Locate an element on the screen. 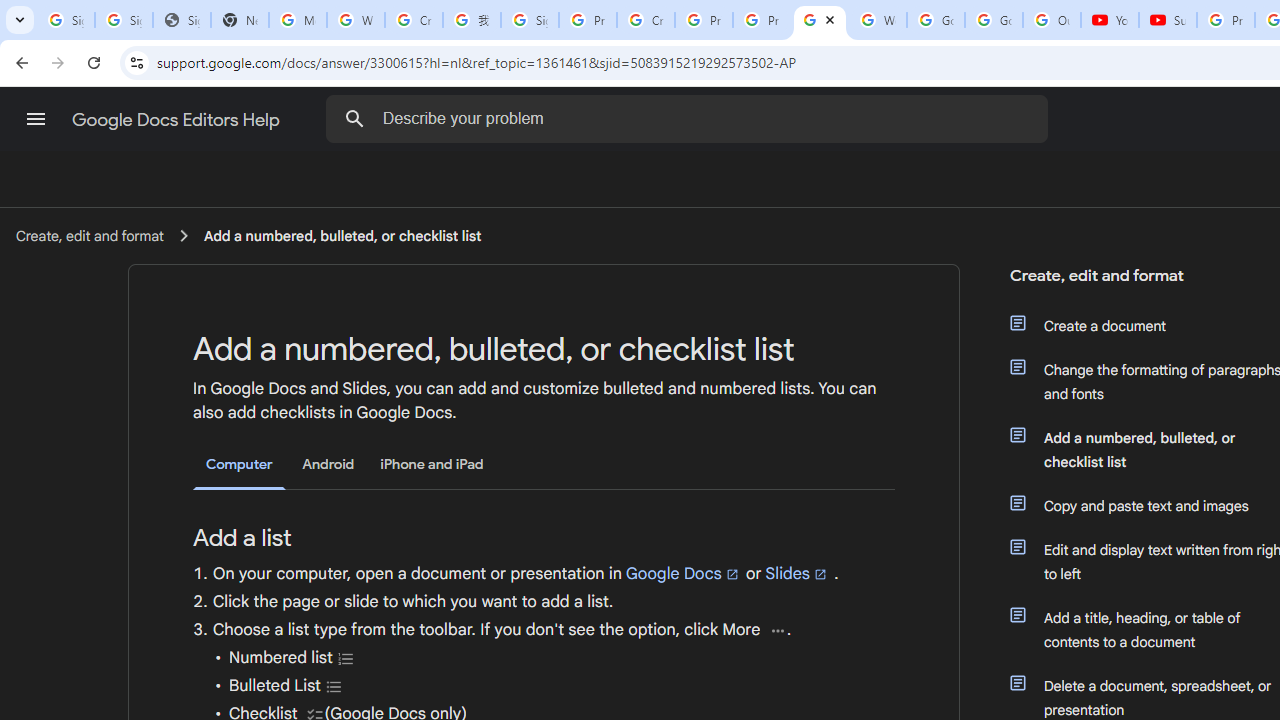  'Google Docs' is located at coordinates (683, 573).